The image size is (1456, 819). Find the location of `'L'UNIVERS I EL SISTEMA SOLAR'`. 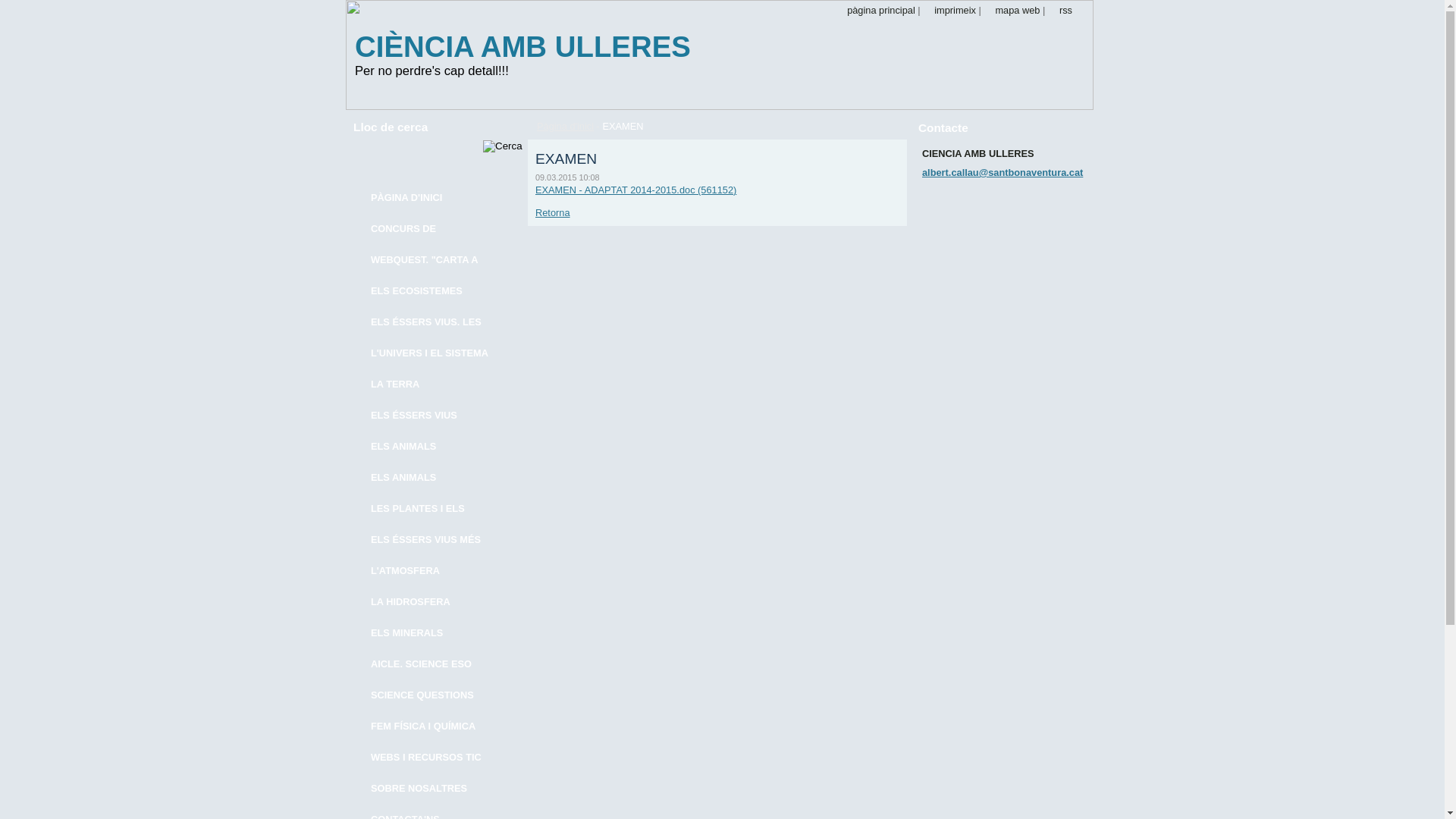

'L'UNIVERS I EL SISTEMA SOLAR' is located at coordinates (425, 353).